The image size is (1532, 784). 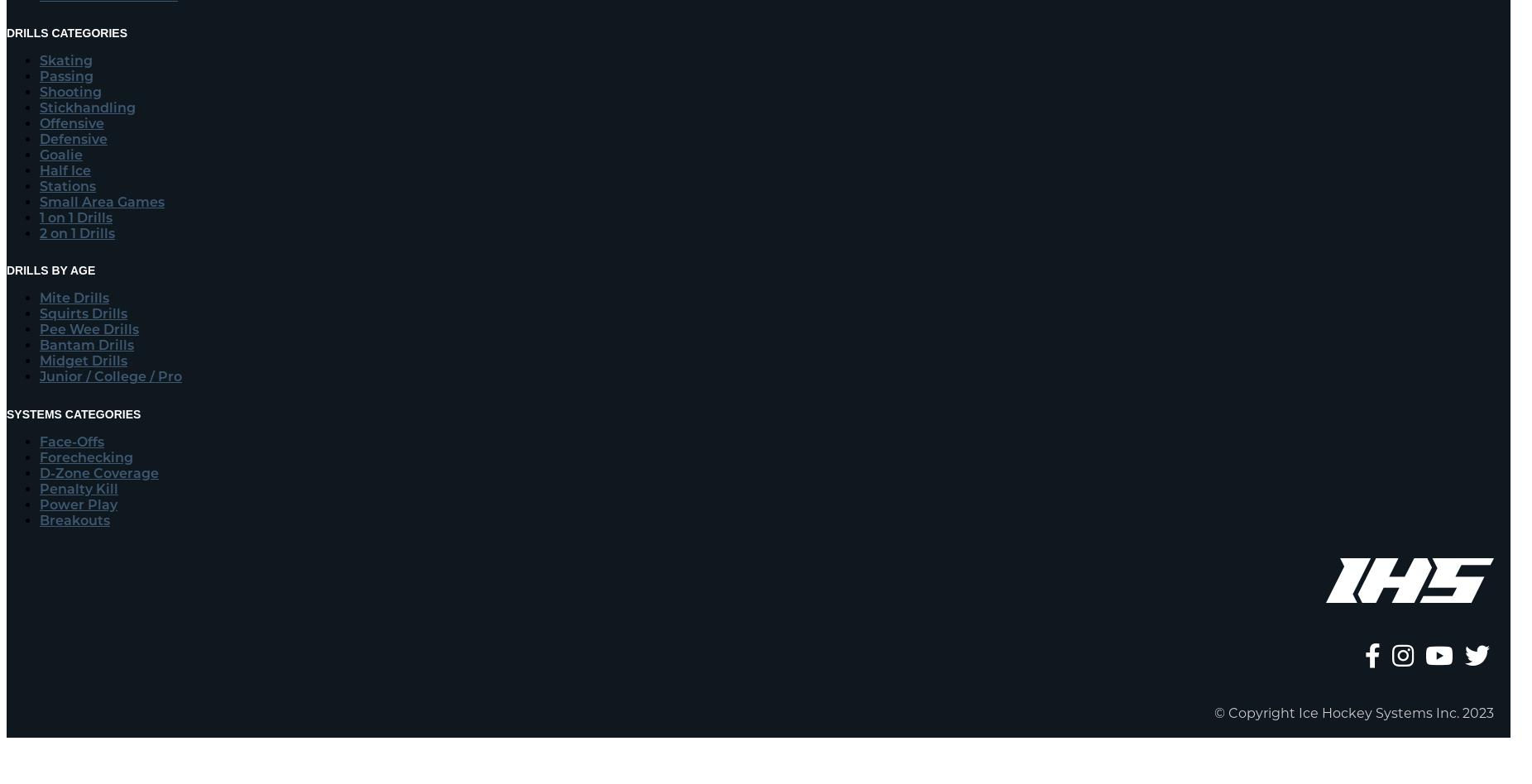 I want to click on 'Goalie', so click(x=60, y=153).